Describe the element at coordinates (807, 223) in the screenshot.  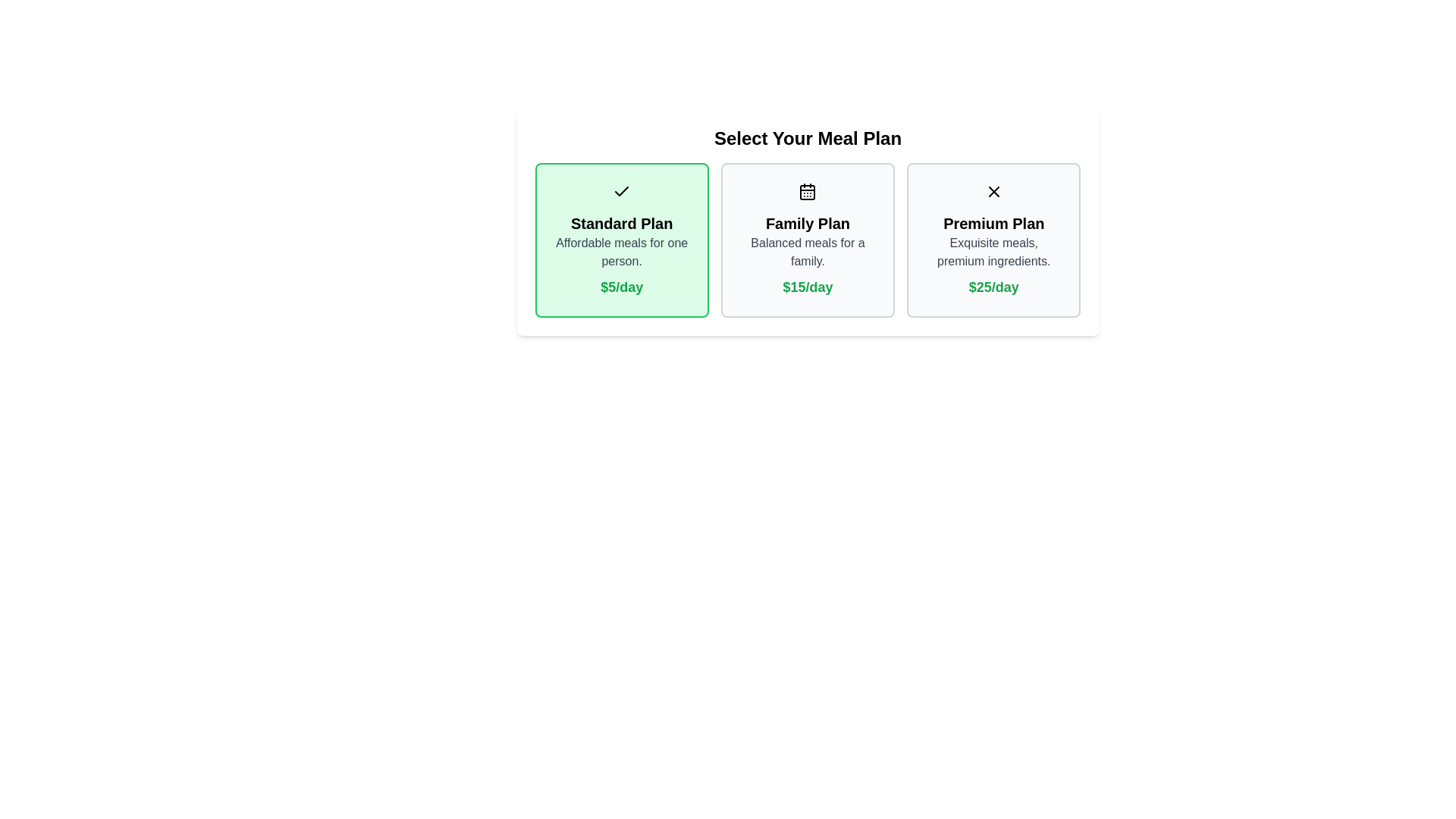
I see `the bold, large text label reading 'Family Plan', which is located in the second card of the three meal plan options, positioned below the calendar icon and above the description 'Balanced meals for a family.'` at that location.